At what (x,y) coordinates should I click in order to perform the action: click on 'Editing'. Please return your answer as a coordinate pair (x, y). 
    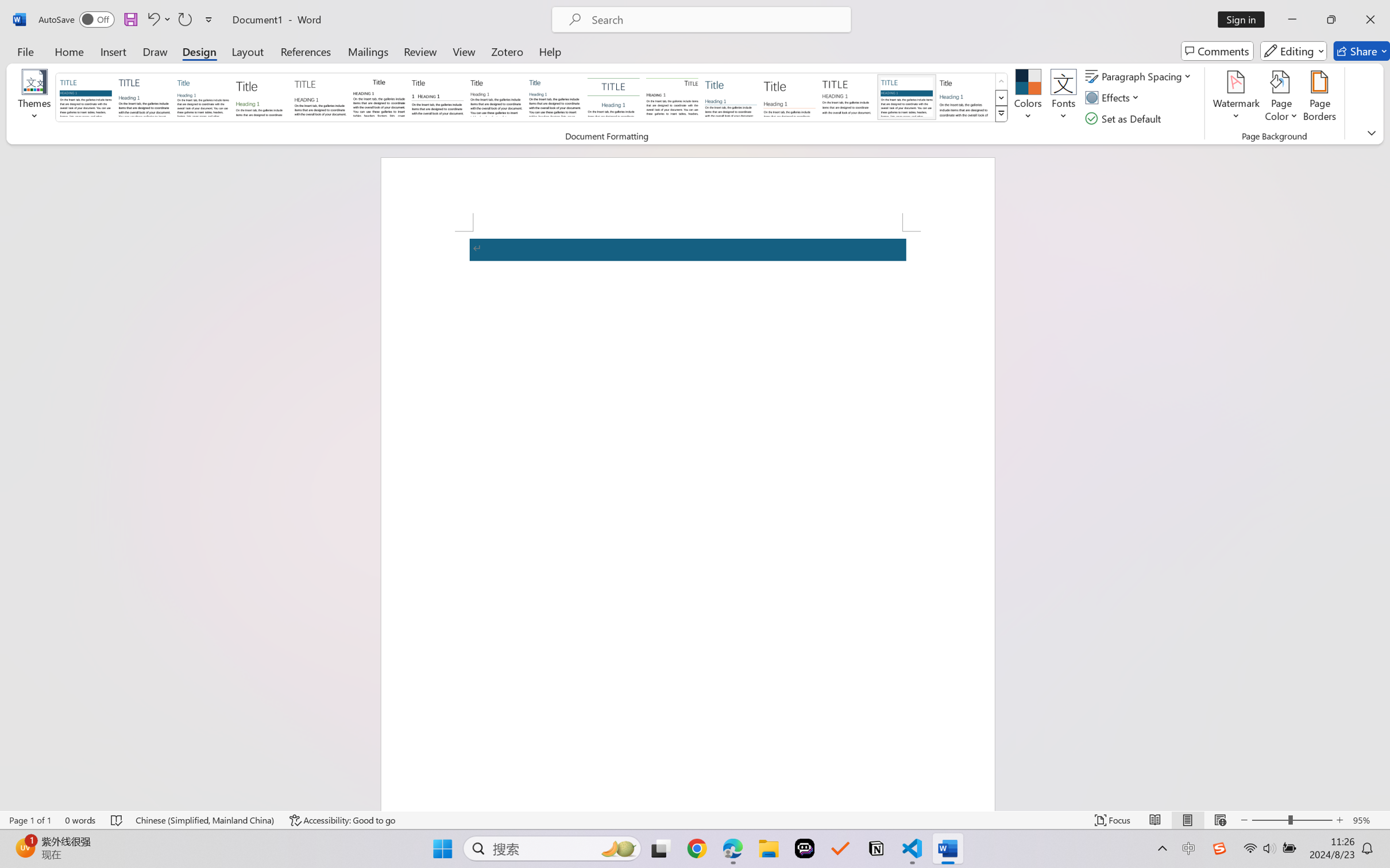
    Looking at the image, I should click on (1294, 51).